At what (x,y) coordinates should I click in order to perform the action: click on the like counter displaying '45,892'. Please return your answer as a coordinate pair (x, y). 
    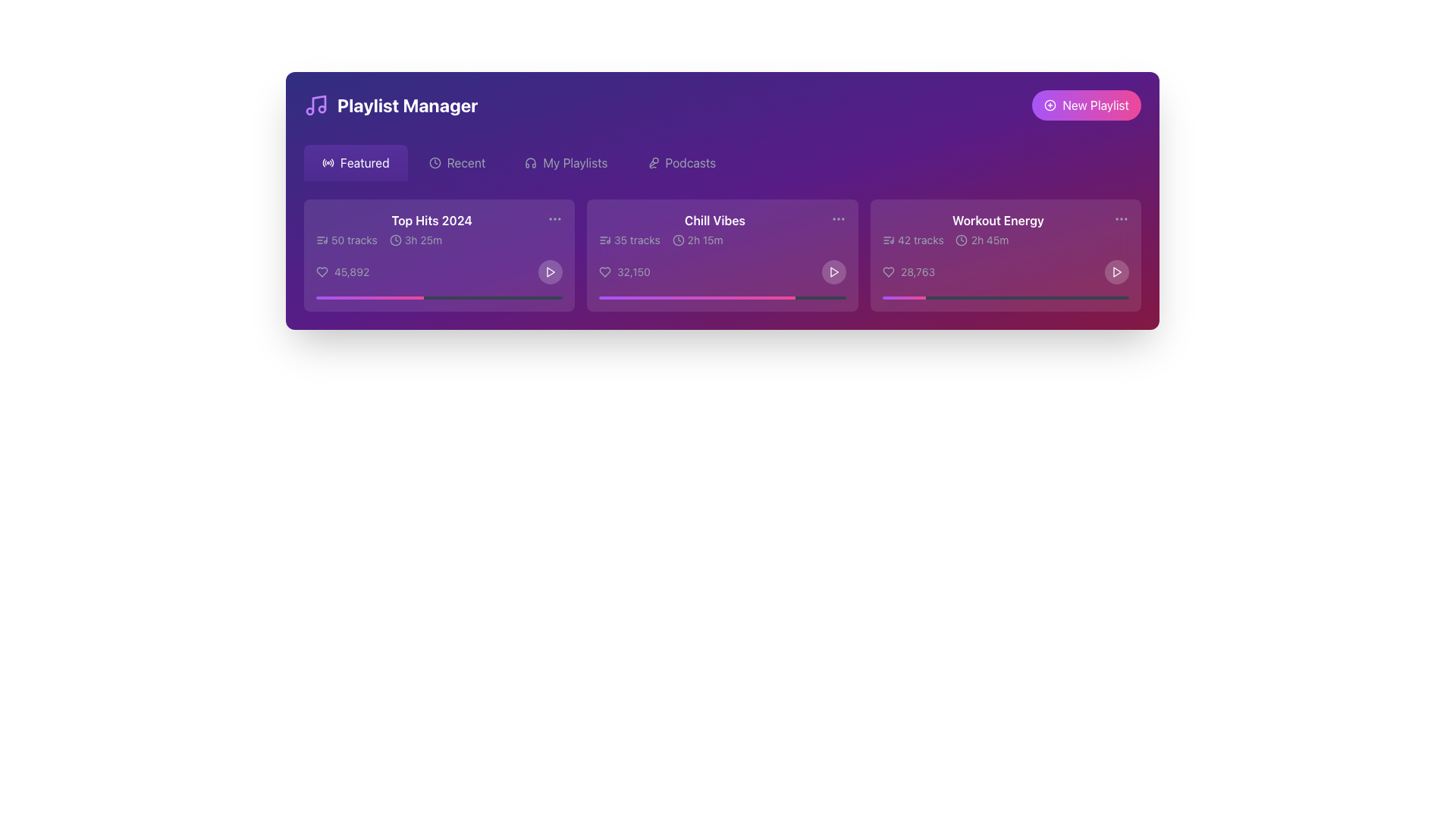
    Looking at the image, I should click on (341, 271).